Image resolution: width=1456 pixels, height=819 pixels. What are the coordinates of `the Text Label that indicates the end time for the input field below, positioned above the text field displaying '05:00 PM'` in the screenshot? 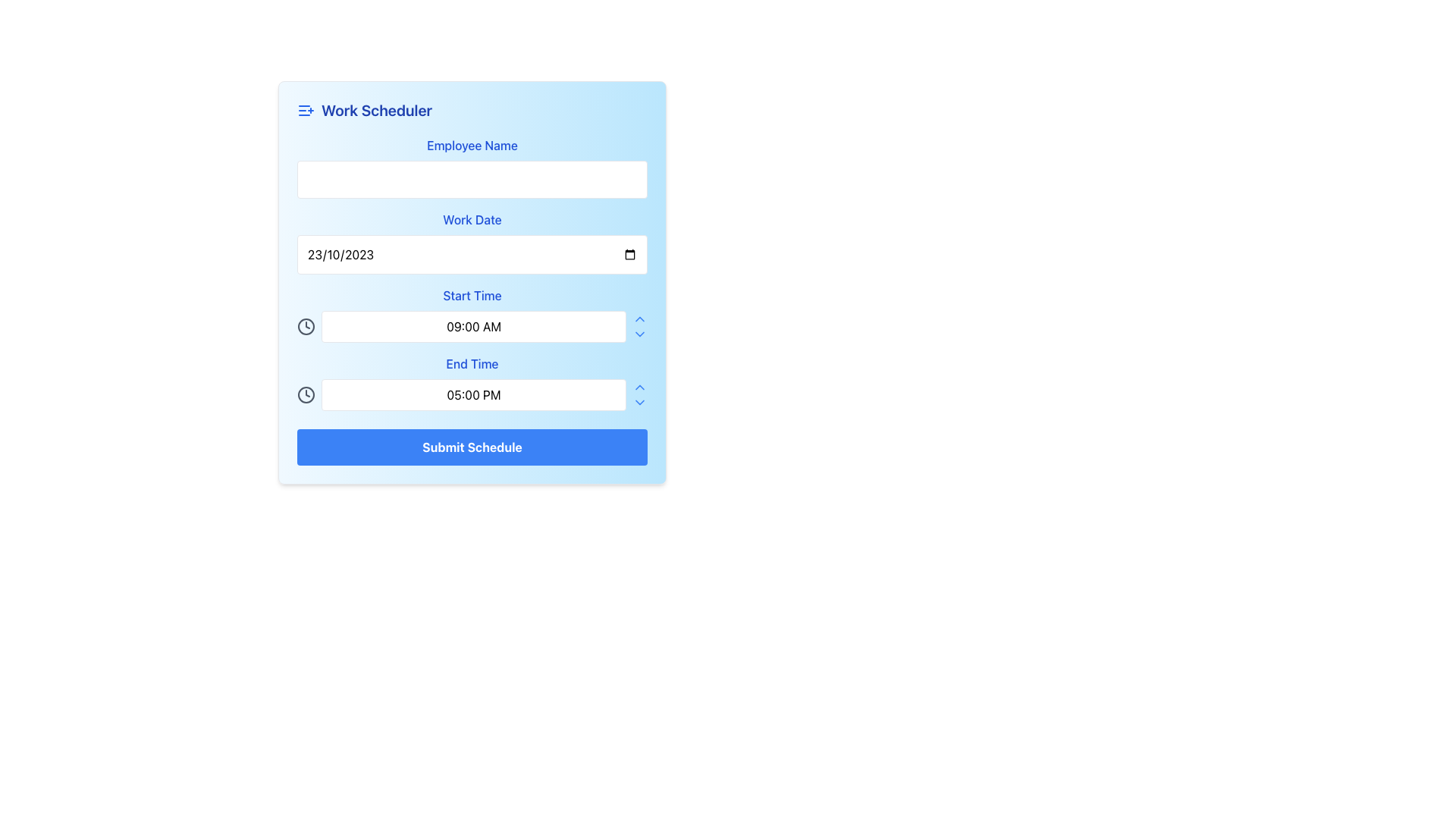 It's located at (472, 363).